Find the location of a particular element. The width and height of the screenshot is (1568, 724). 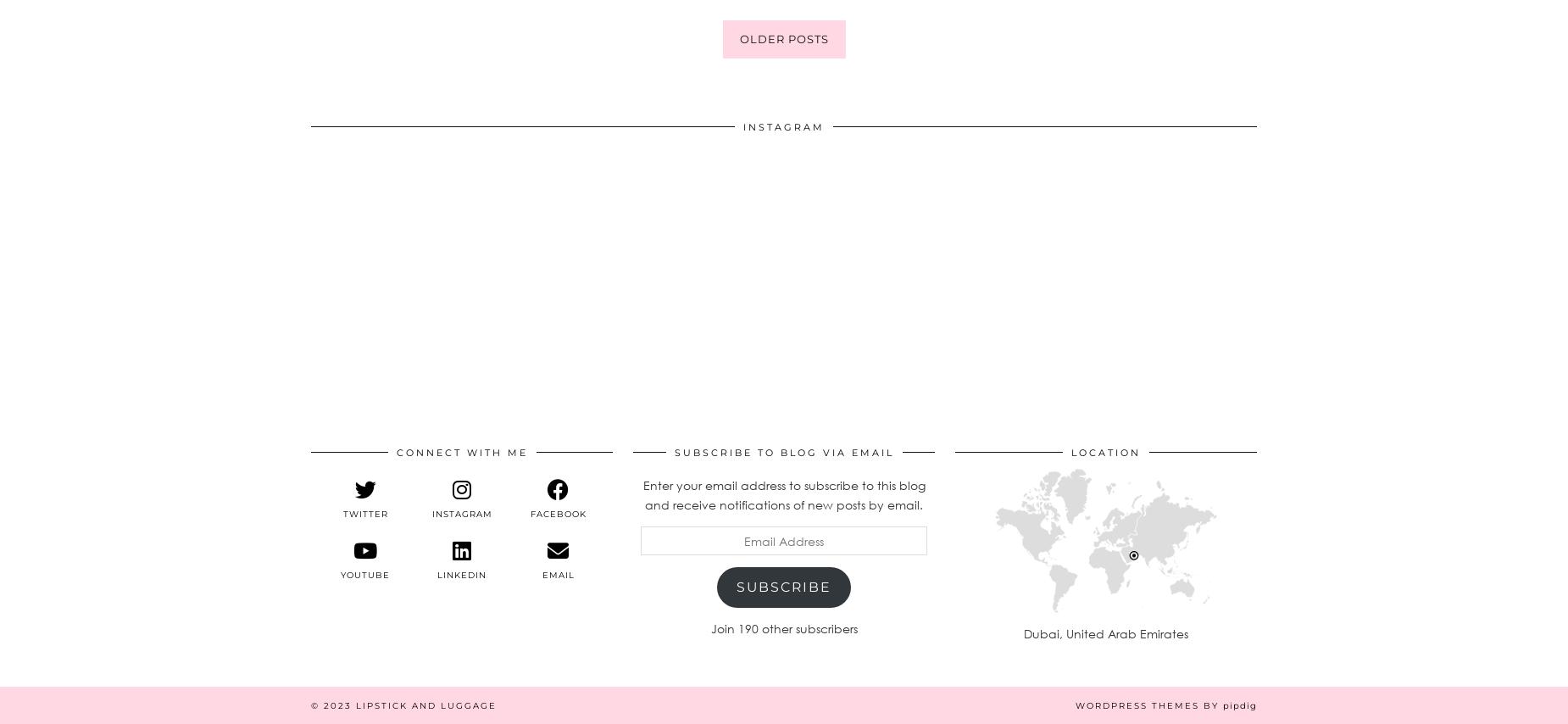

'YouTube' is located at coordinates (364, 573).